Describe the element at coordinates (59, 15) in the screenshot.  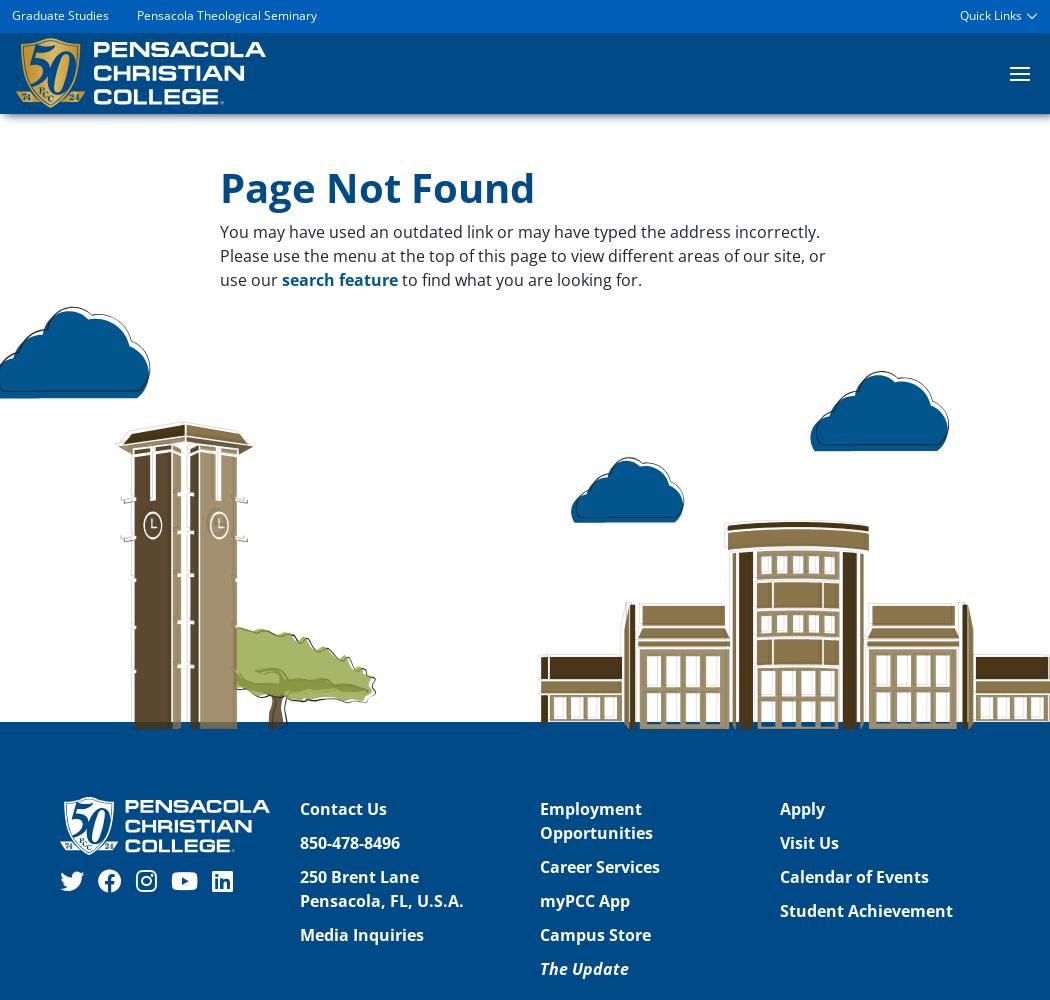
I see `'Graduate Studies'` at that location.